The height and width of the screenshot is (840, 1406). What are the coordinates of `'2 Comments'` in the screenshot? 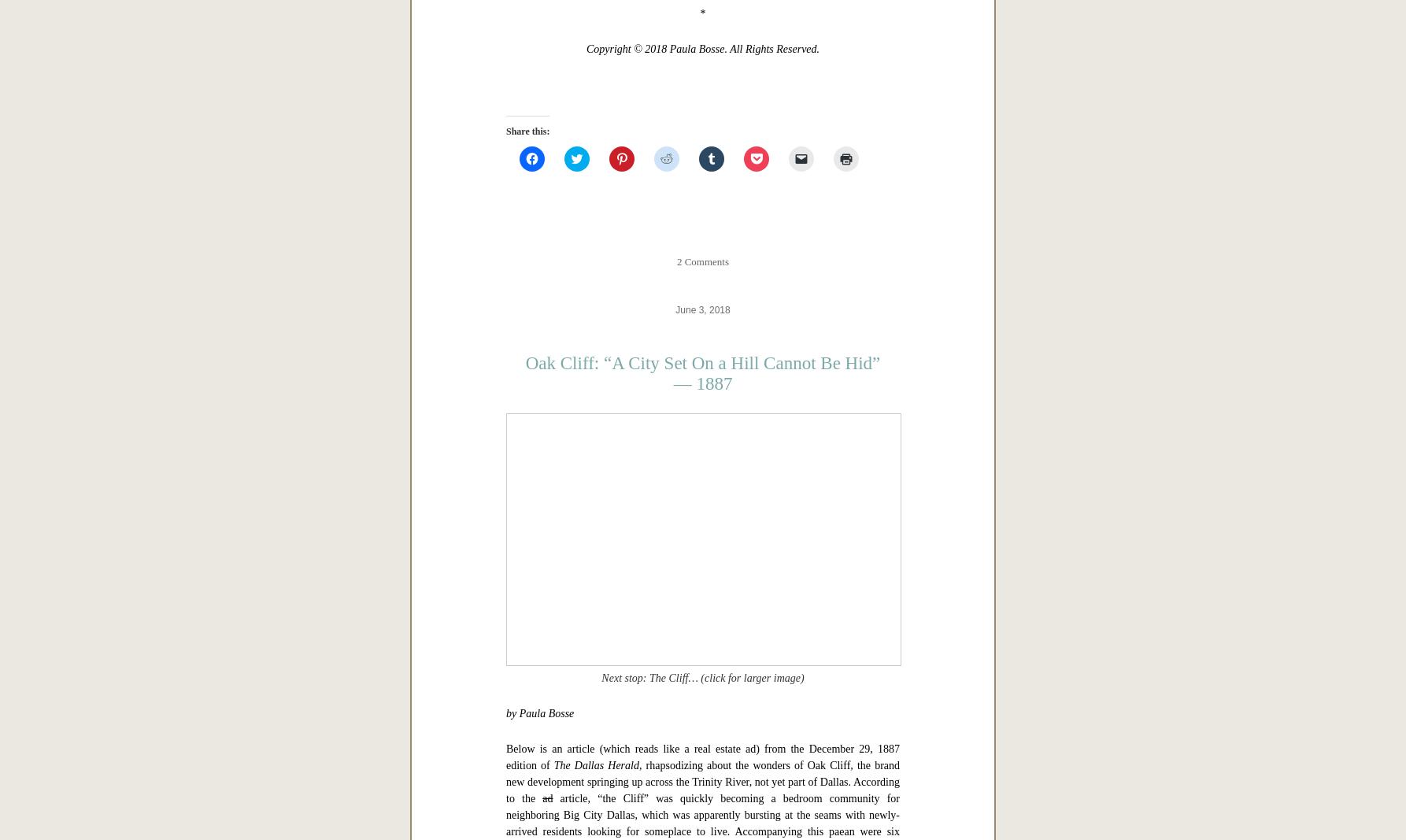 It's located at (701, 756).